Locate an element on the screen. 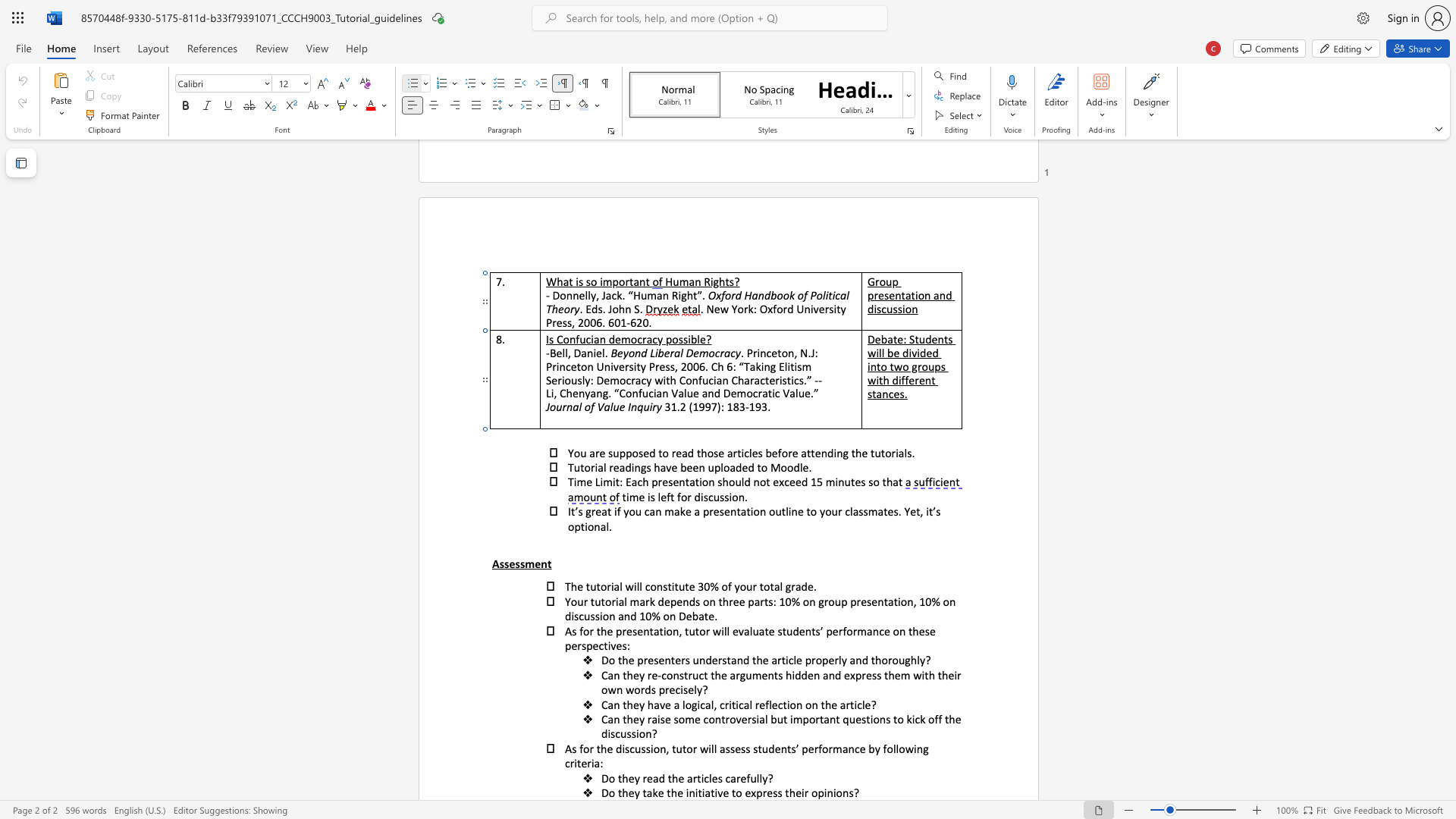  the 1th character "p" in the text is located at coordinates (759, 792).